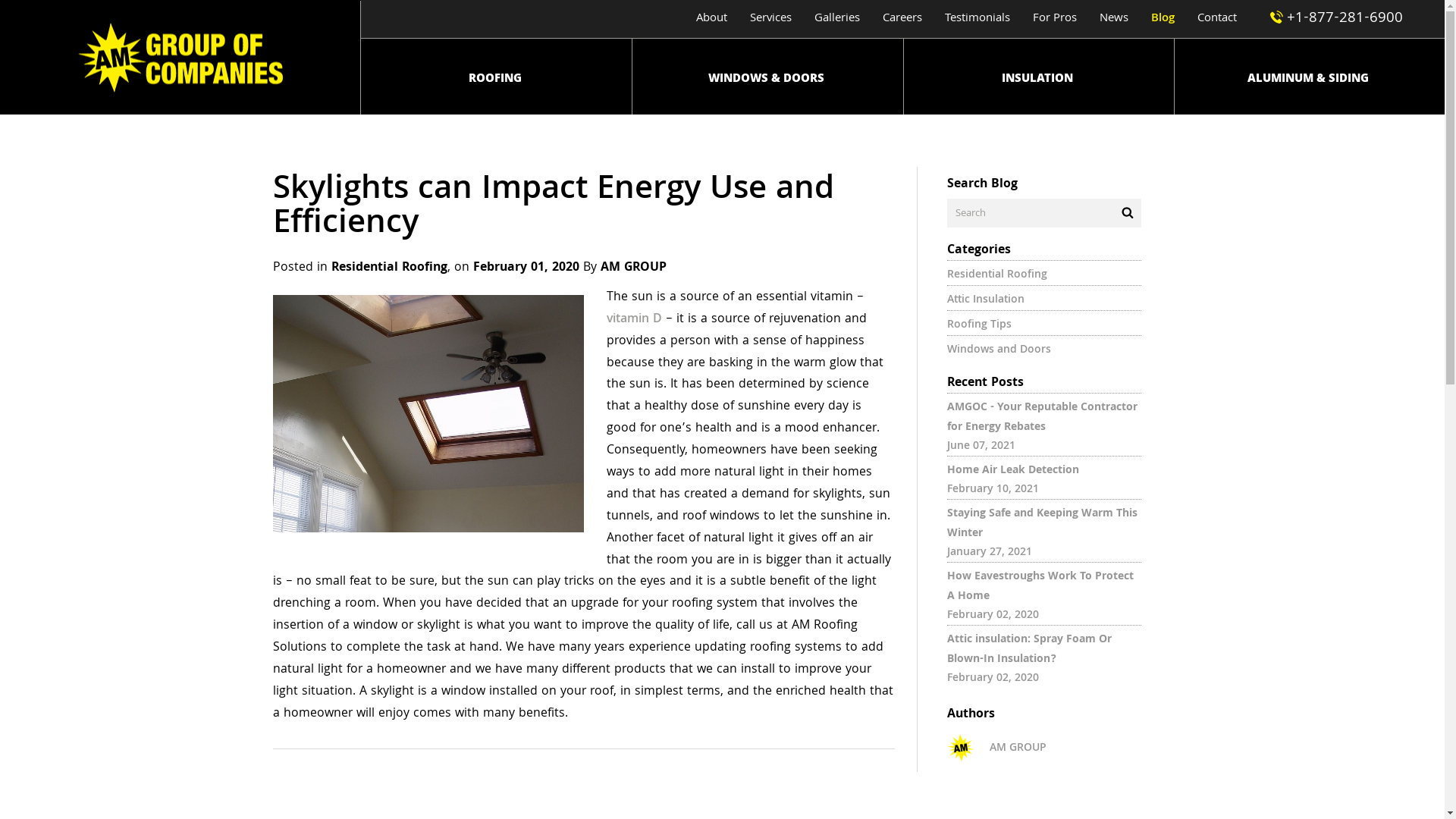  Describe the element at coordinates (765, 76) in the screenshot. I see `'WINDOWS & DOORS'` at that location.